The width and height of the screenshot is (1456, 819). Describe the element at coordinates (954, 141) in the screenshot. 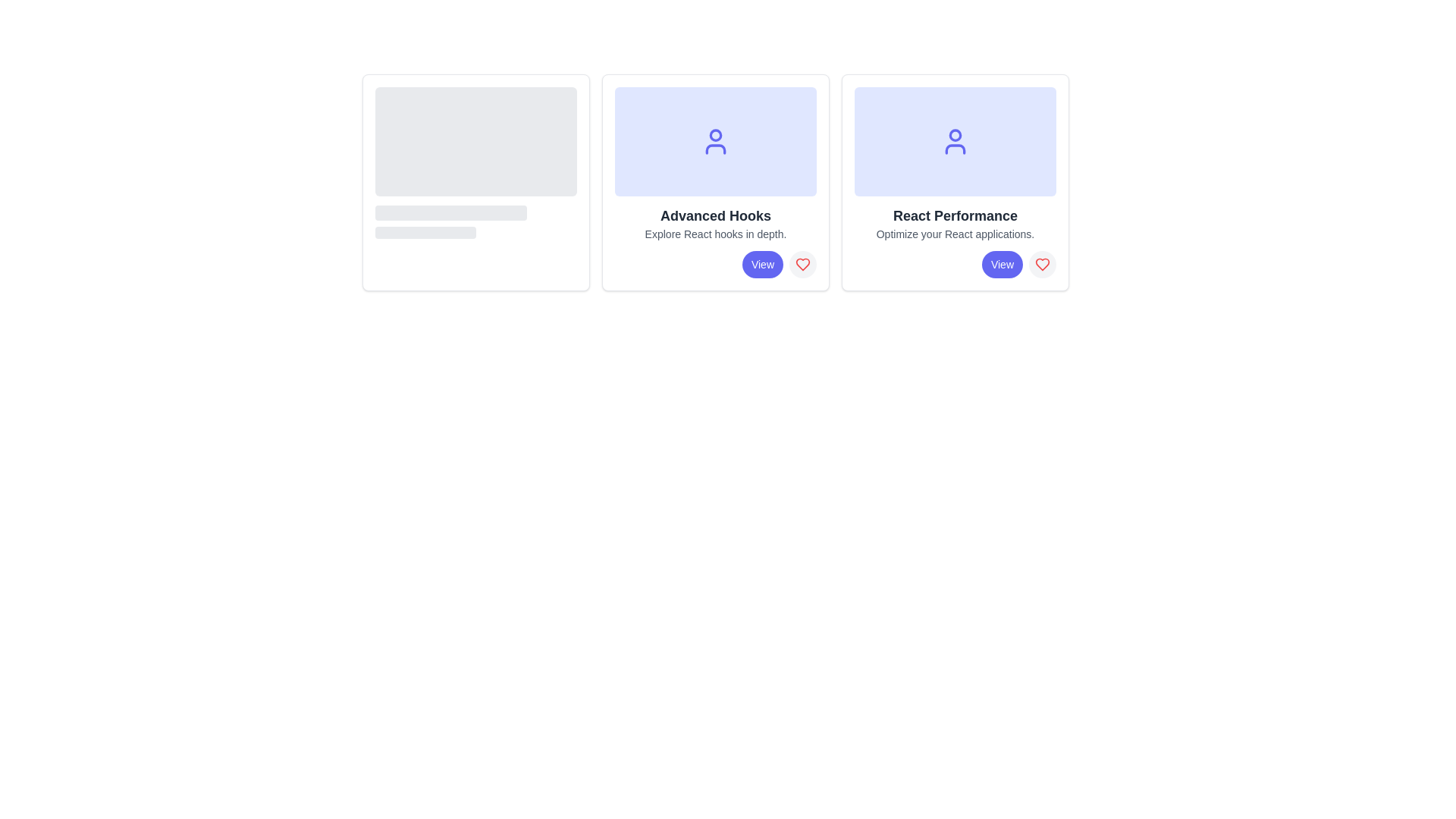

I see `the user icon representing a person, which is indigo in color and centrally aligned in the 'React Performance' card` at that location.